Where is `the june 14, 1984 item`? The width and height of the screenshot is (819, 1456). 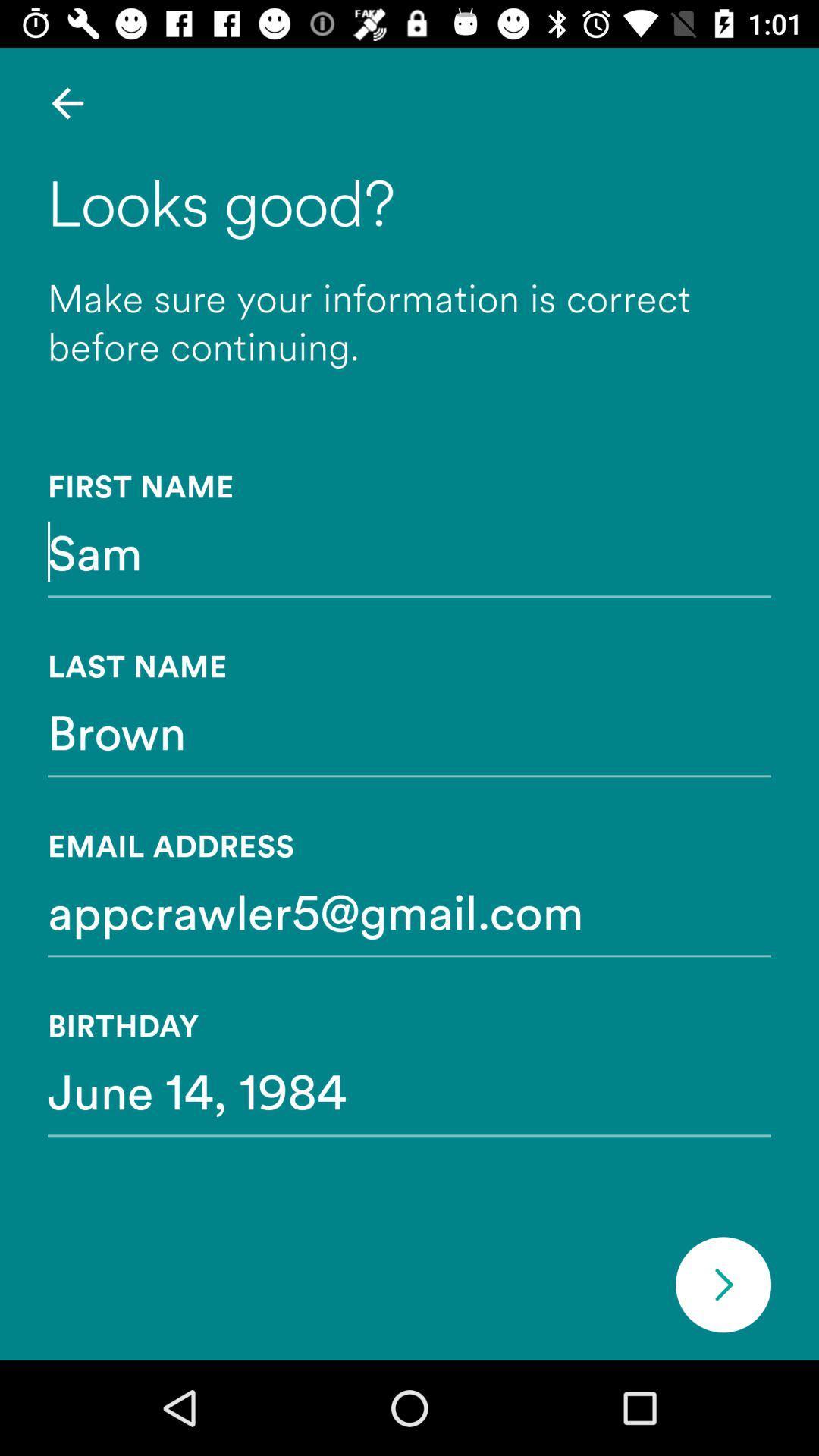
the june 14, 1984 item is located at coordinates (409, 1090).